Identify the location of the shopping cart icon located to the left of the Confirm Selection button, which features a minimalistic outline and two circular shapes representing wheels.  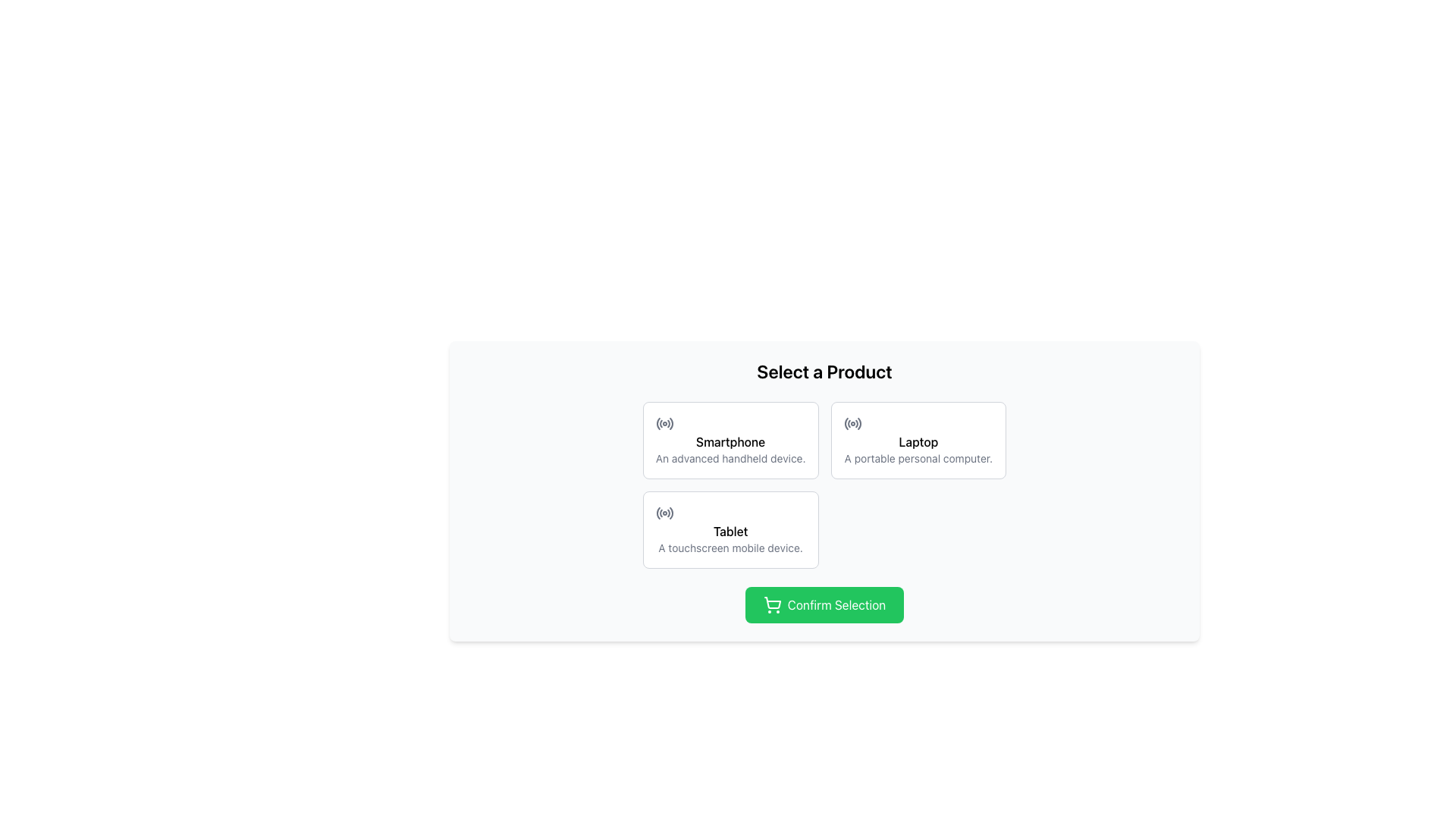
(772, 604).